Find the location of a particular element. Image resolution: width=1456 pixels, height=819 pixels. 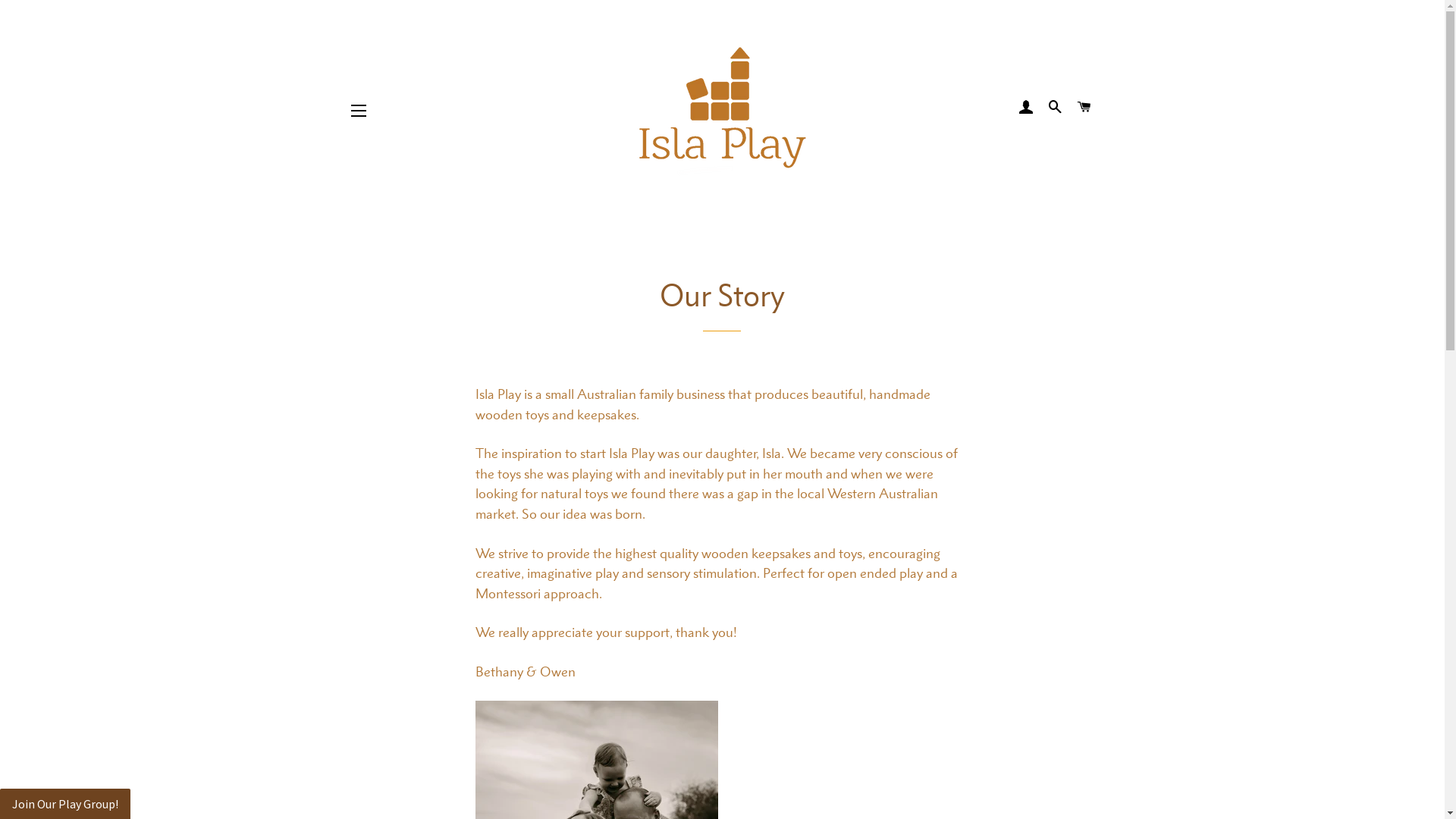

'SEARCH' is located at coordinates (1055, 106).